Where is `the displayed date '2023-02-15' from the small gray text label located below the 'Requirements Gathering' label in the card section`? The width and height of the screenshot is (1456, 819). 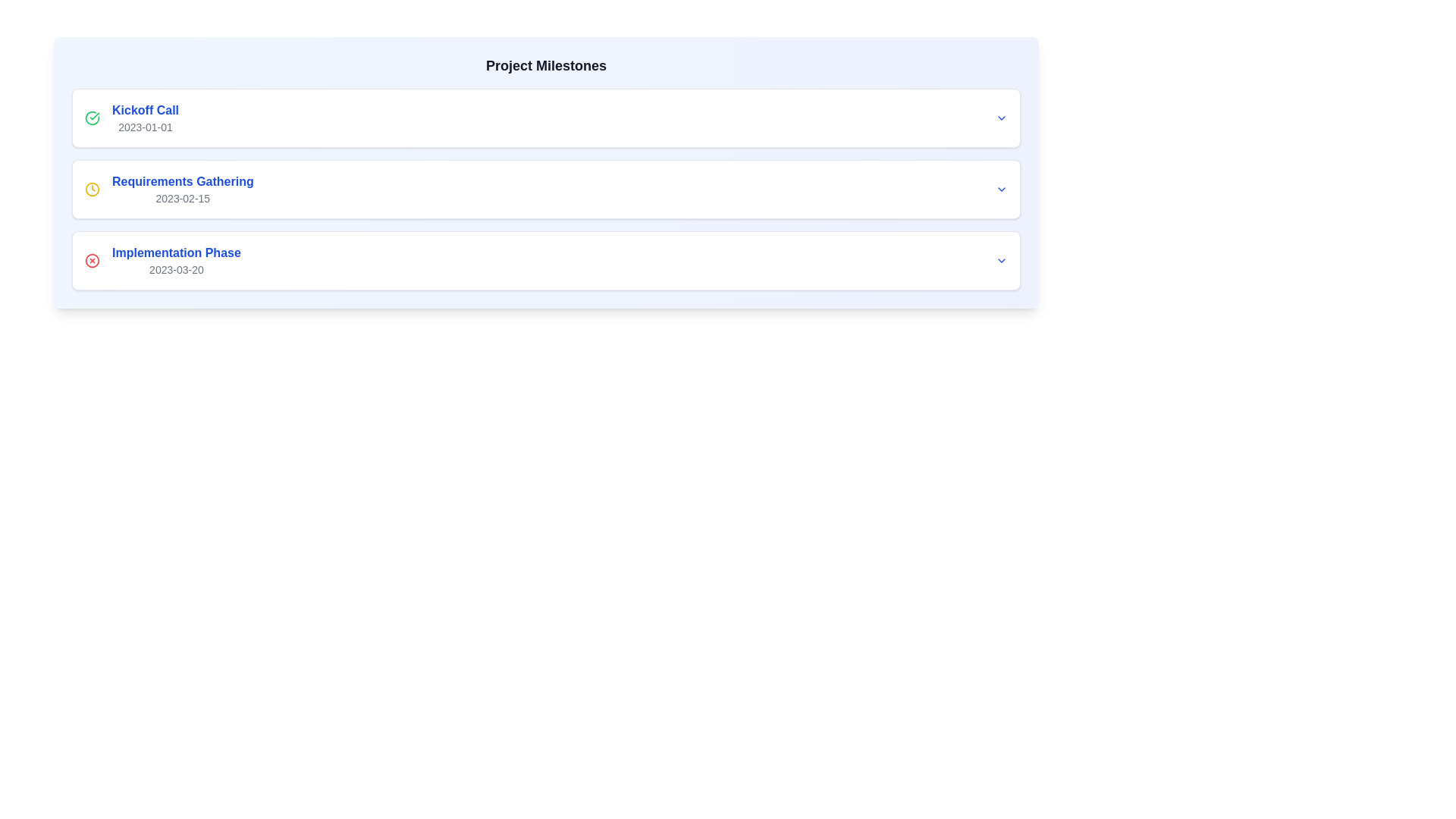
the displayed date '2023-02-15' from the small gray text label located below the 'Requirements Gathering' label in the card section is located at coordinates (182, 198).